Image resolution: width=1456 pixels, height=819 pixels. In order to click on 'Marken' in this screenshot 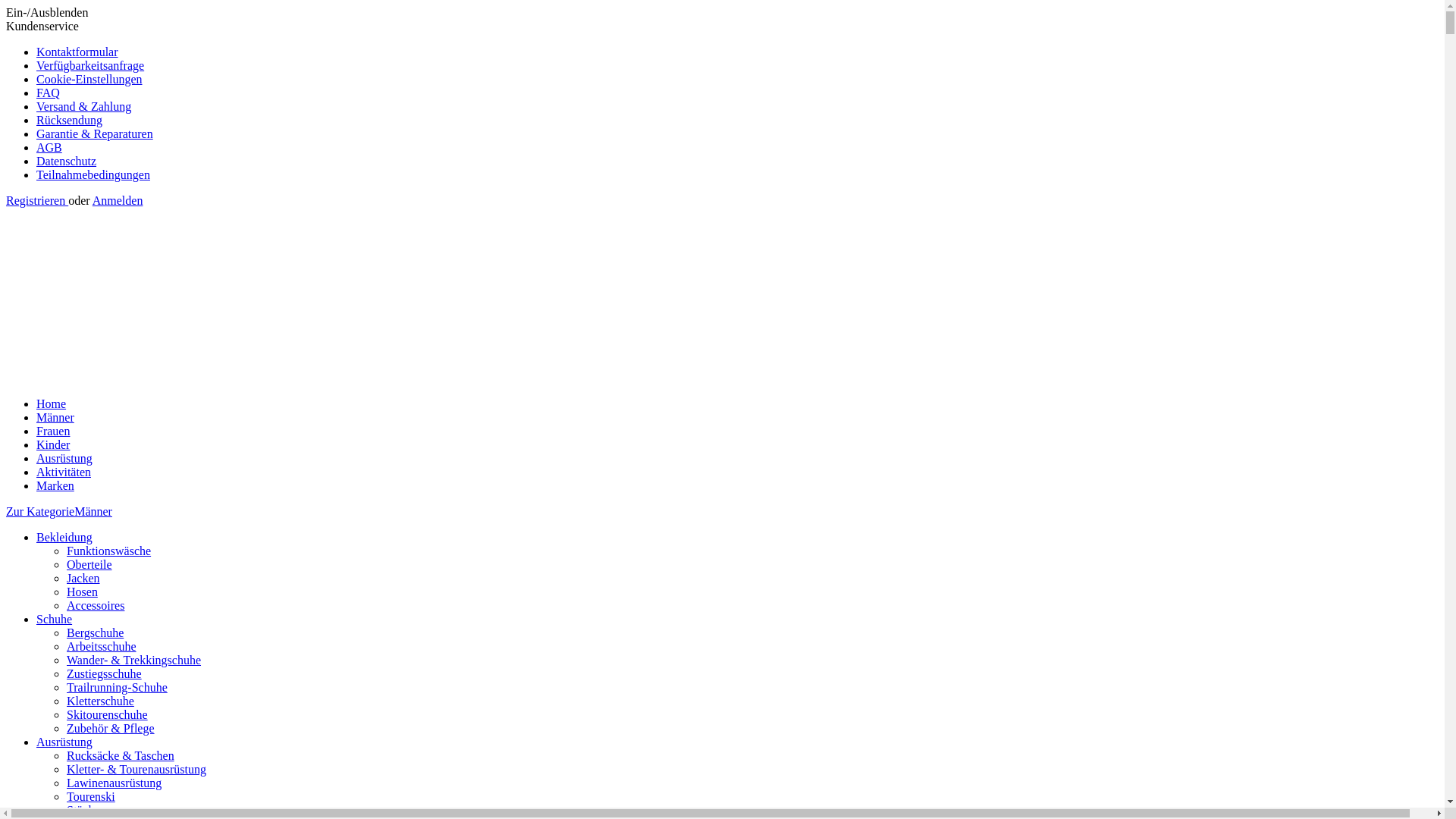, I will do `click(55, 485)`.